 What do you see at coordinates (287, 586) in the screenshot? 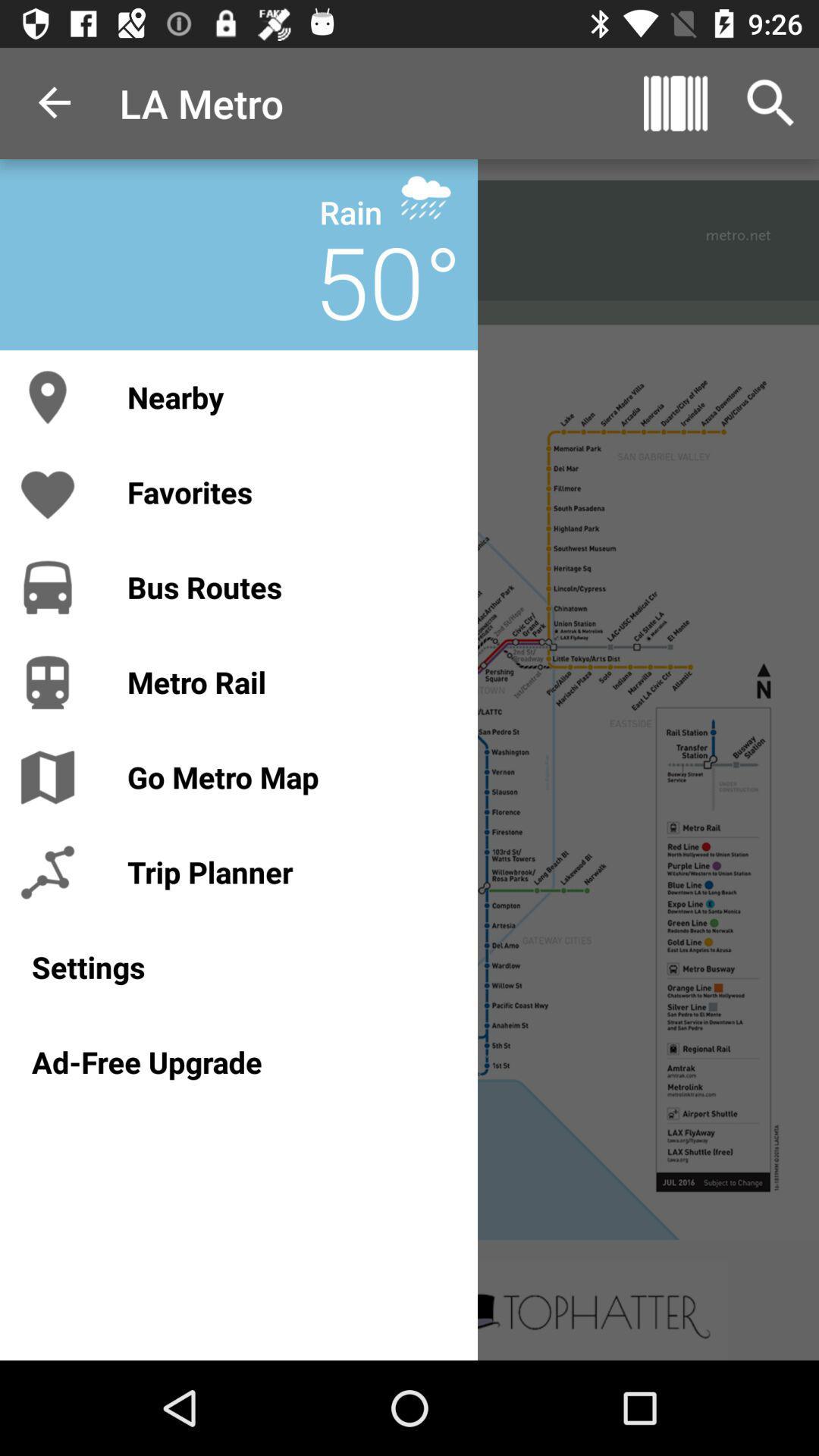
I see `bus routes item` at bounding box center [287, 586].